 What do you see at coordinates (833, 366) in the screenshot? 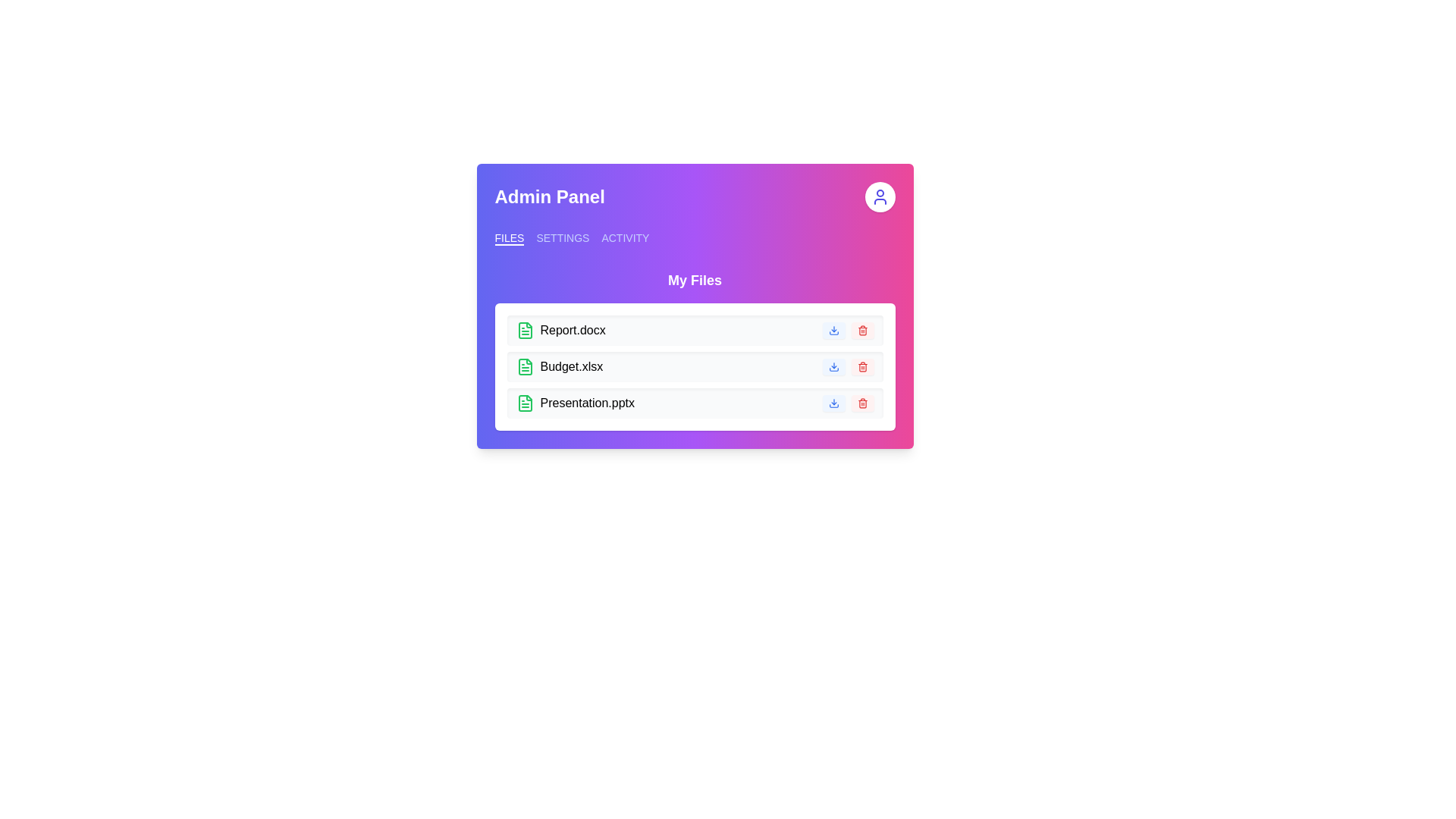
I see `the download button located to the right of the file name 'Budget.xlsx' to trigger visual feedback` at bounding box center [833, 366].